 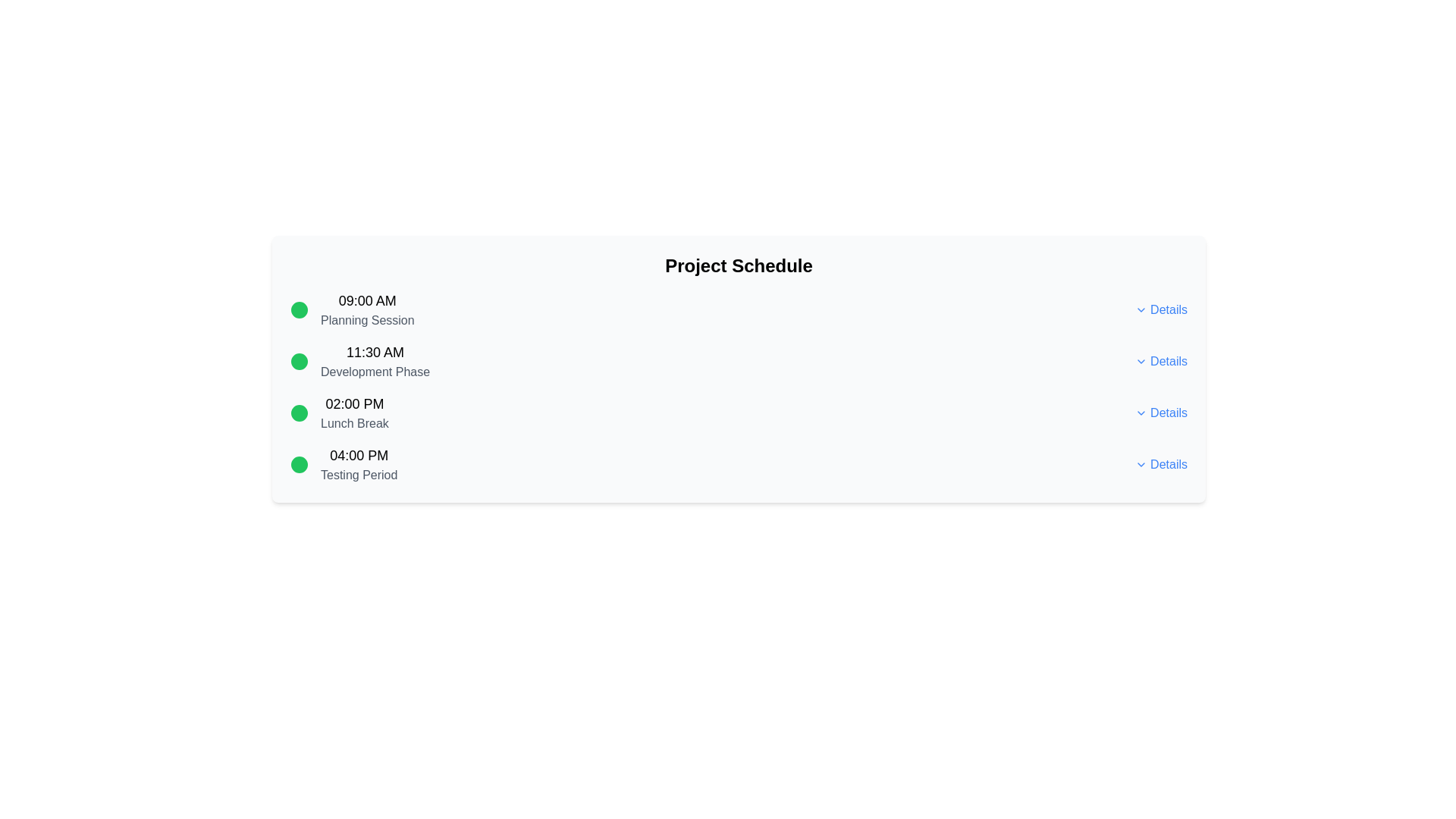 What do you see at coordinates (367, 301) in the screenshot?
I see `the text label displaying '09:00 AM'` at bounding box center [367, 301].